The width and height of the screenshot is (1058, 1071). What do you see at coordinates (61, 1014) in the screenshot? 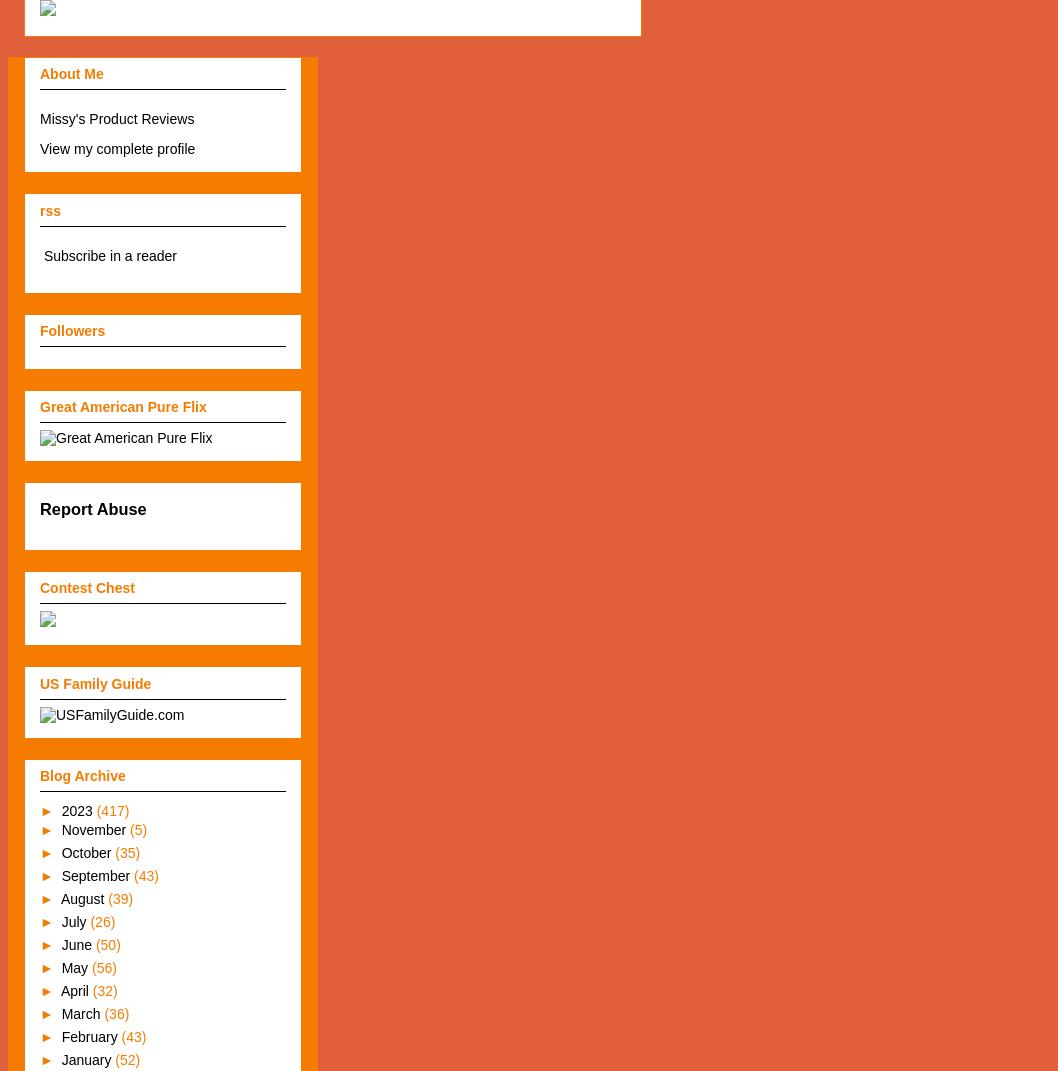
I see `'March'` at bounding box center [61, 1014].